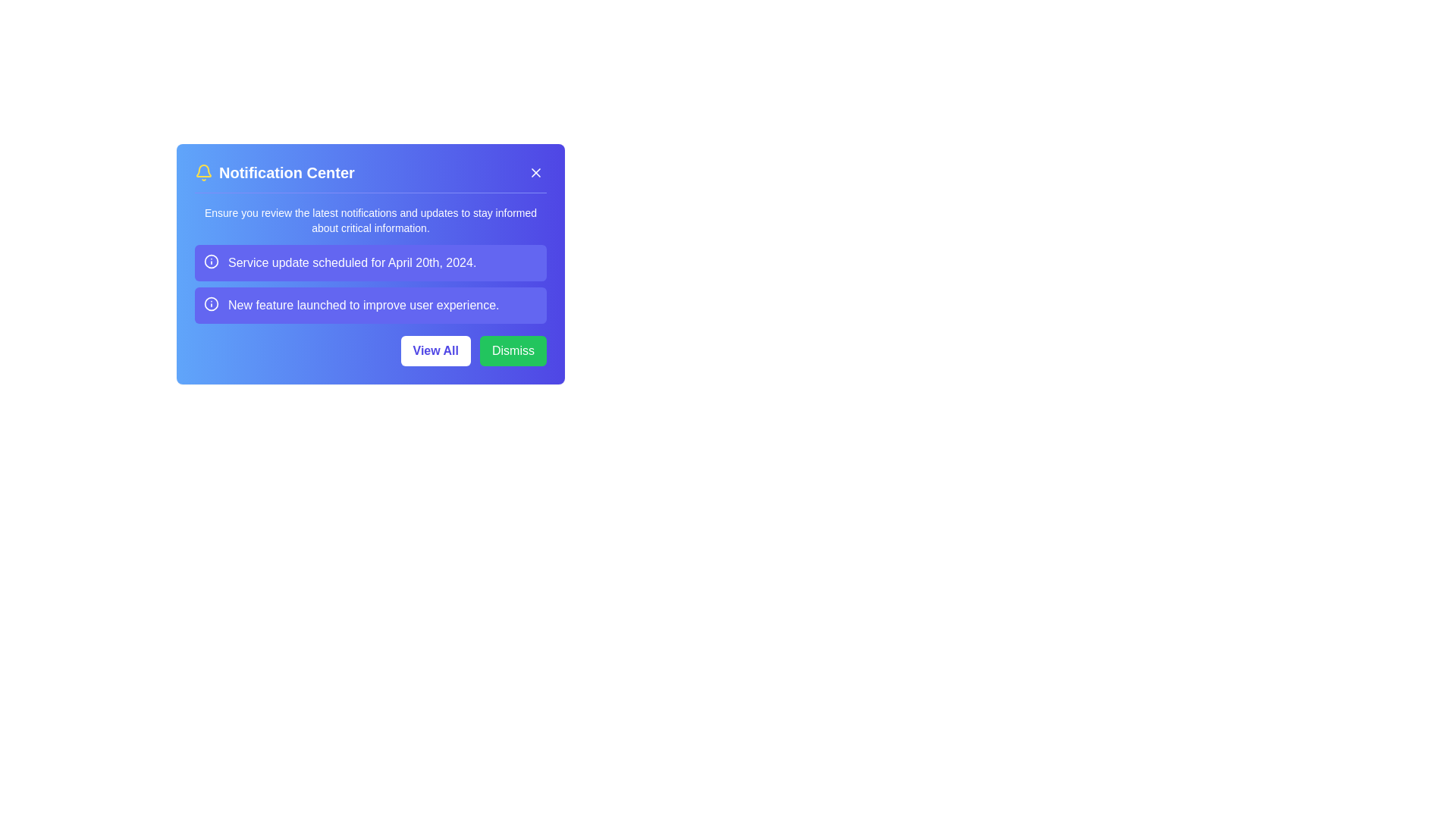 The image size is (1456, 819). I want to click on the 'View All' button, which is a rectangular button with bold indigo-blue text on a white background, located in the bottom-right area of the Notification Center interface, so click(435, 350).